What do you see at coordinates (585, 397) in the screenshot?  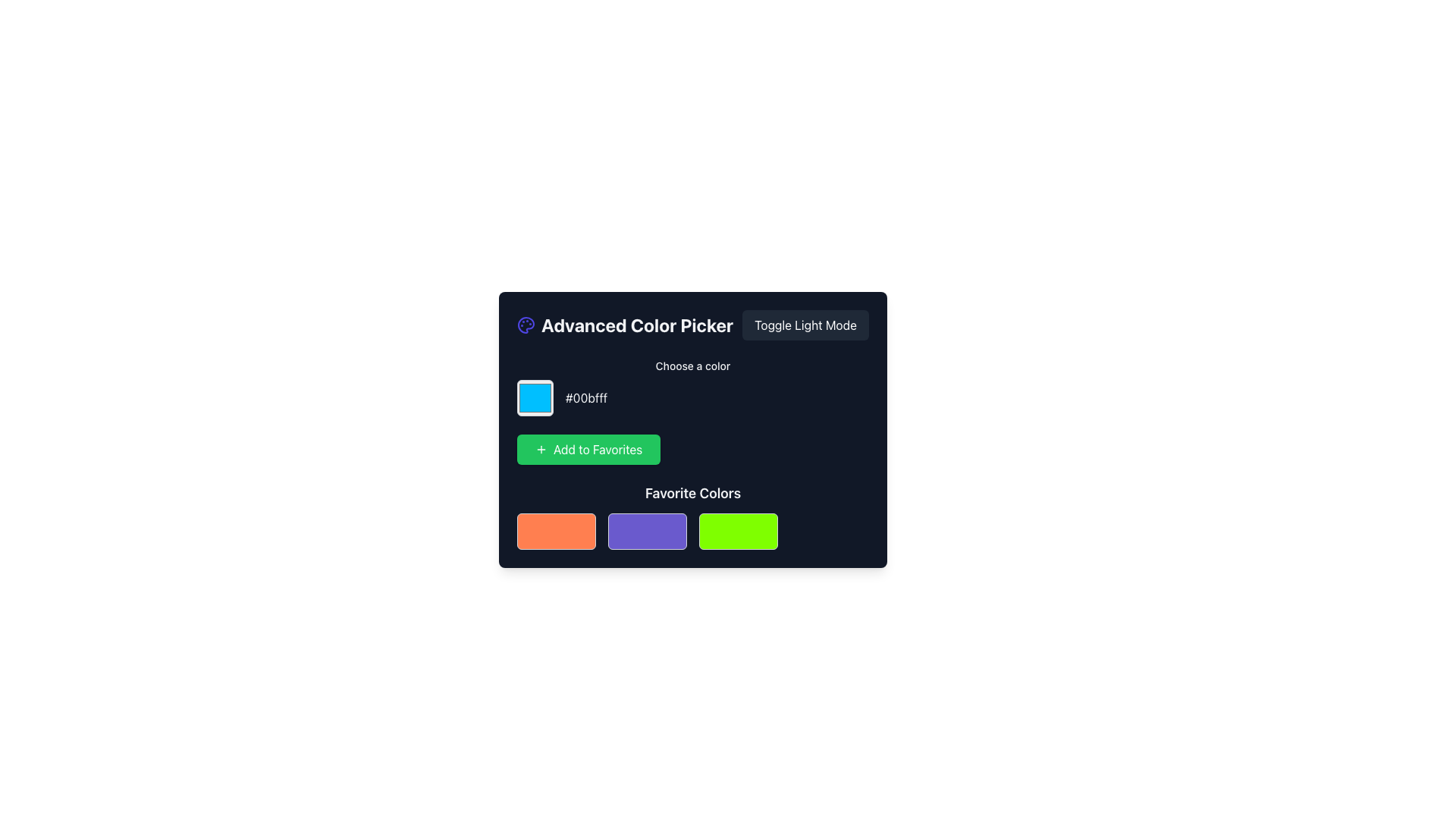 I see `the text label displaying the hexadecimal color code '#00bfff', which is styled in white text on a dark background and positioned to the right of a rectangular color preview box` at bounding box center [585, 397].